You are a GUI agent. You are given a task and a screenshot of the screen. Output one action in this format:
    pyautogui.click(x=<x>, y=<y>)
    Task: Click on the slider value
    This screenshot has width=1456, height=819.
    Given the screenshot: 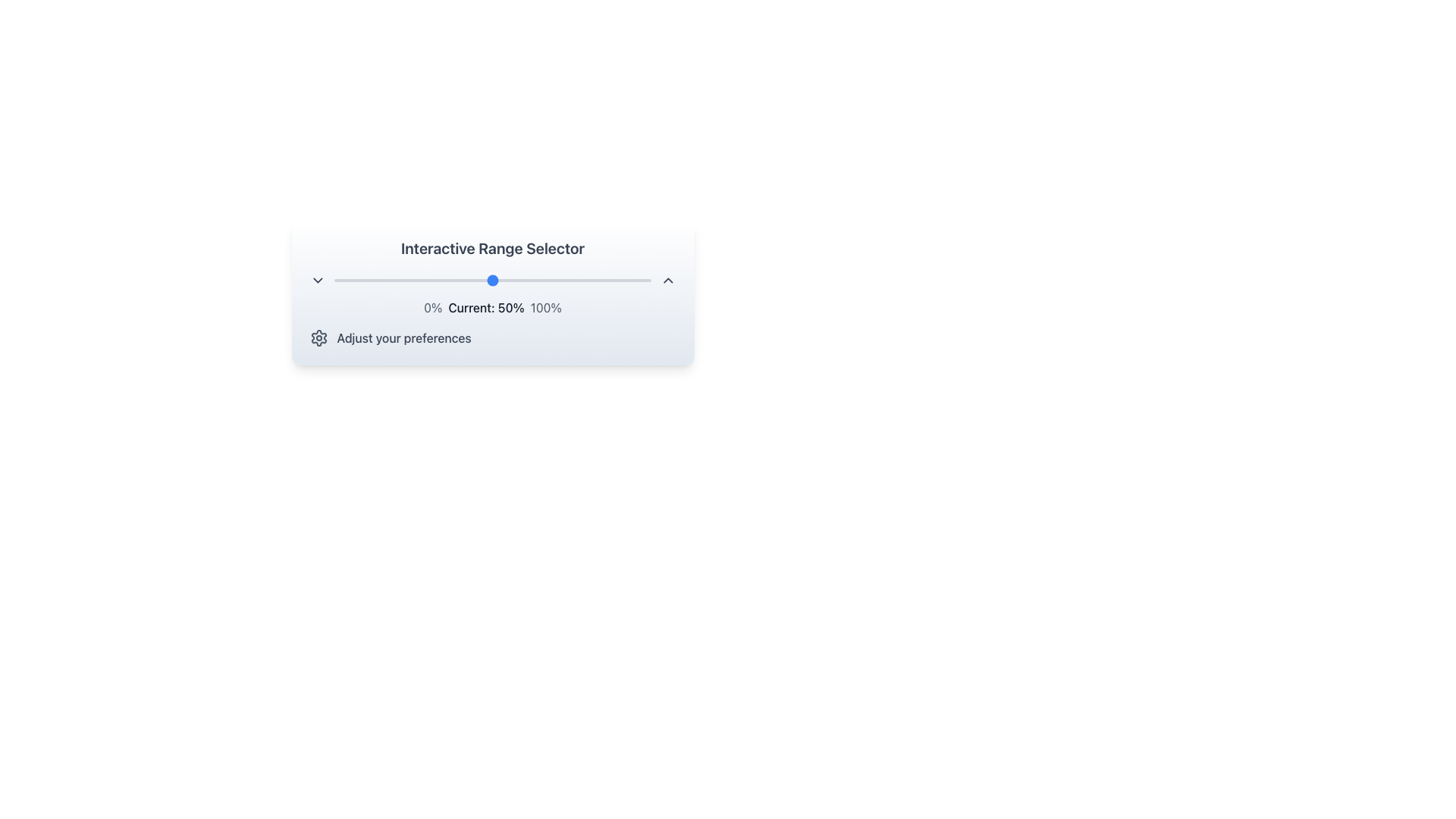 What is the action you would take?
    pyautogui.click(x=555, y=281)
    